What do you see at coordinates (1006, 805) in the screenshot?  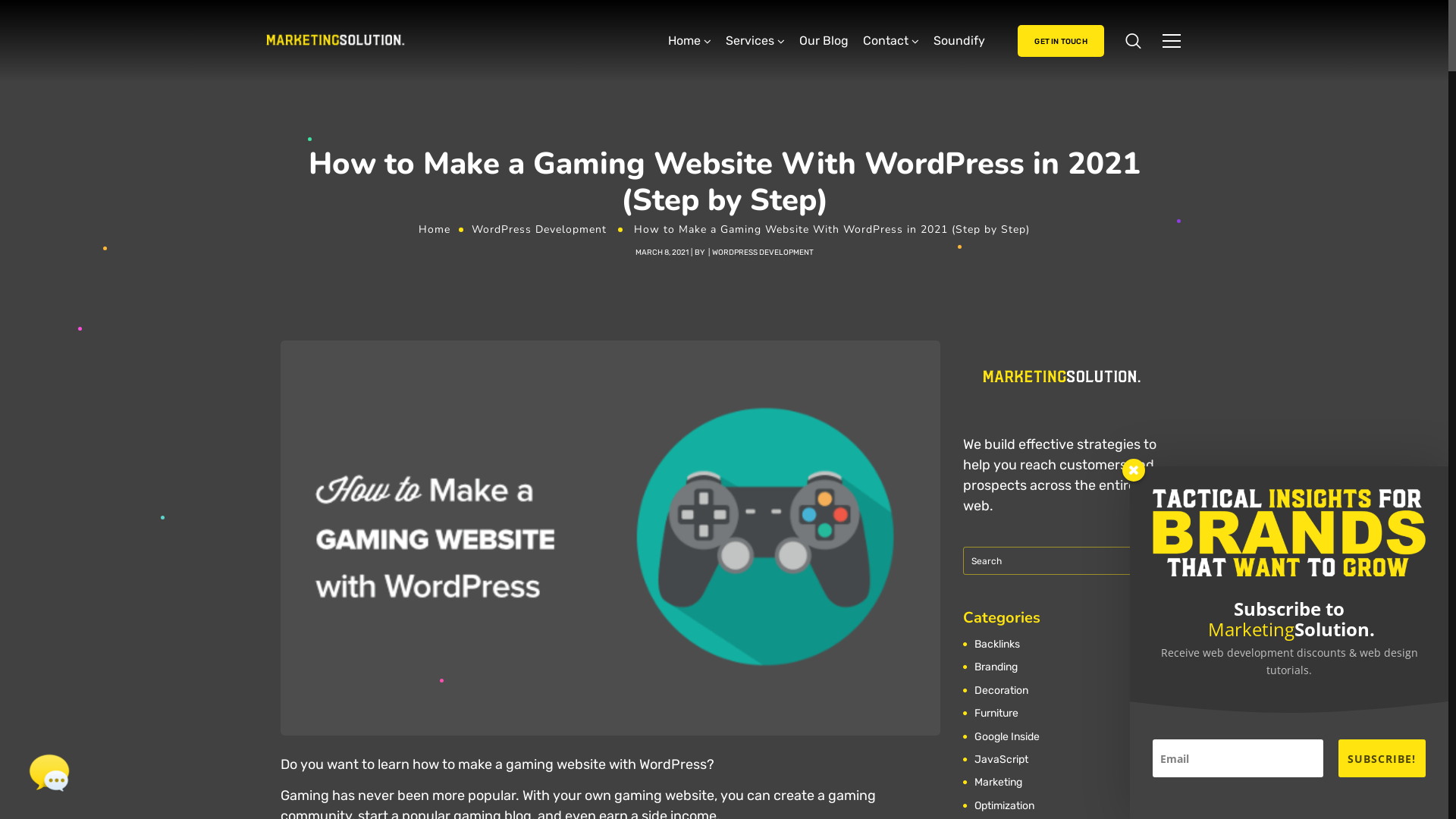 I see `'Optimization'` at bounding box center [1006, 805].